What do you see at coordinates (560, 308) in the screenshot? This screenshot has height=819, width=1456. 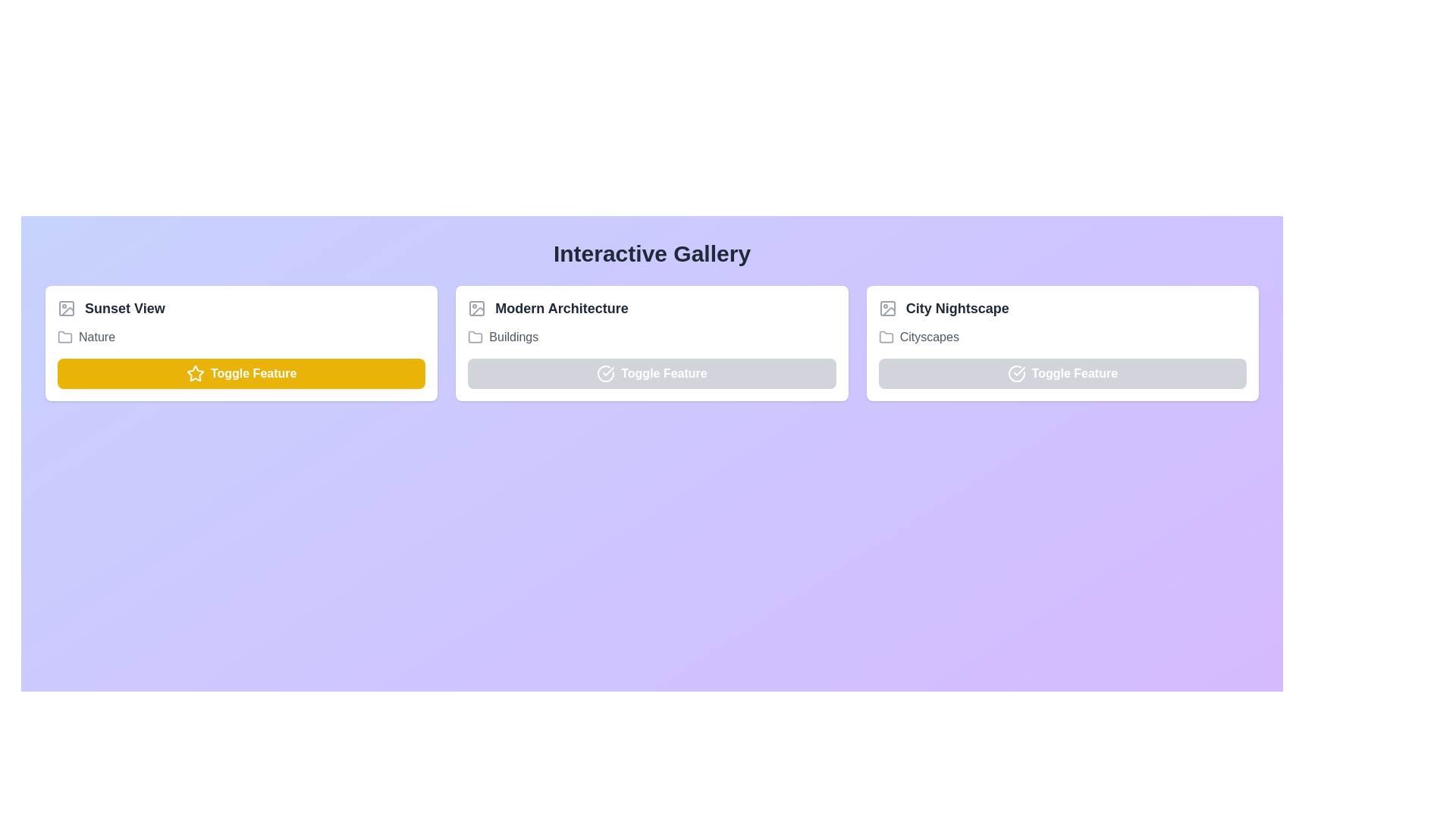 I see `the main title label located in the center tile of the horizontally-arranged grid structure to trigger tooltip or emphasis effects` at bounding box center [560, 308].